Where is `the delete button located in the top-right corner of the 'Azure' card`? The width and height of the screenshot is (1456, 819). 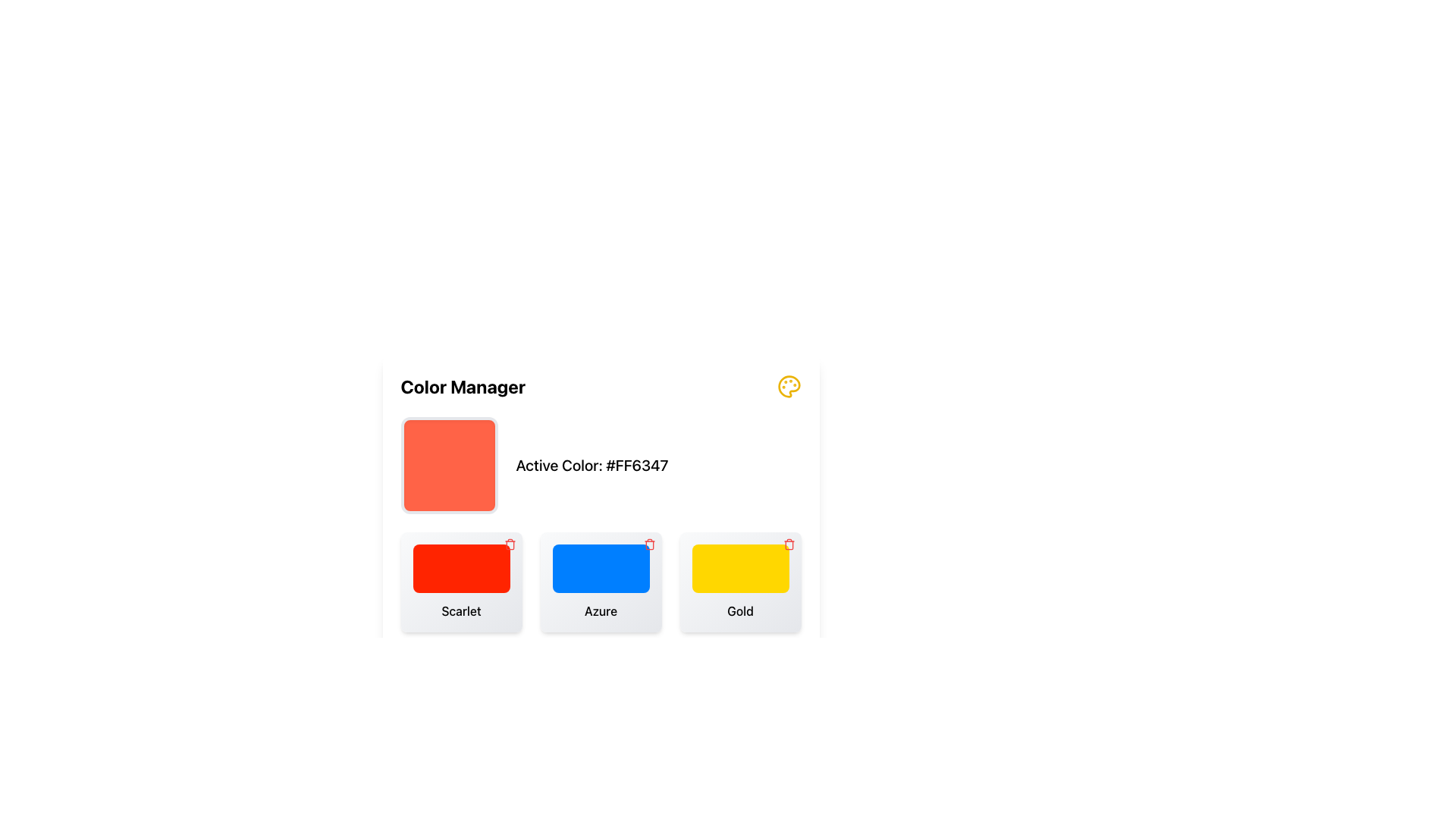
the delete button located in the top-right corner of the 'Azure' card is located at coordinates (649, 543).